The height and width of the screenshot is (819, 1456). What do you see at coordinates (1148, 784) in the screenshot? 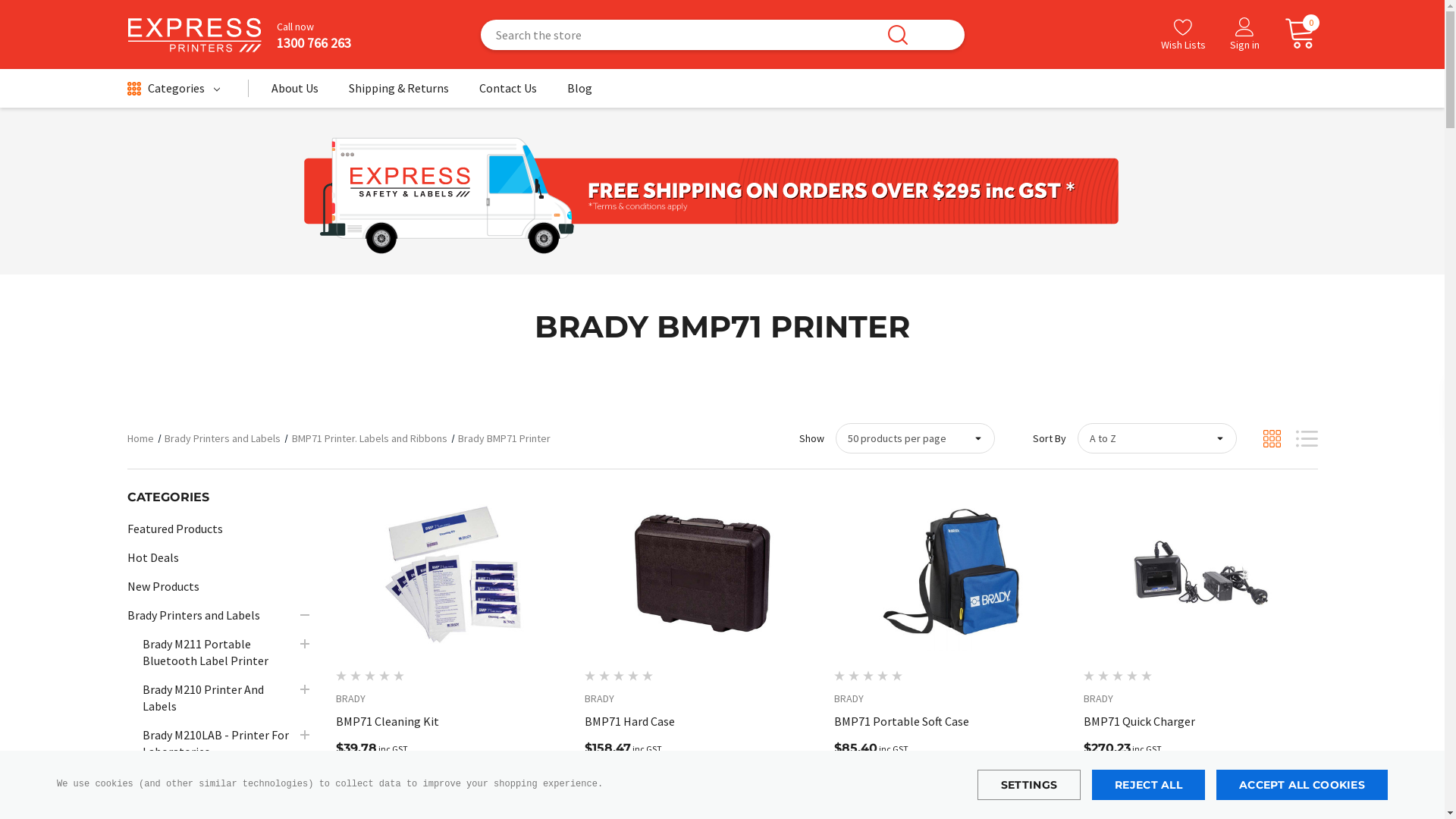
I see `'REJECT ALL'` at bounding box center [1148, 784].